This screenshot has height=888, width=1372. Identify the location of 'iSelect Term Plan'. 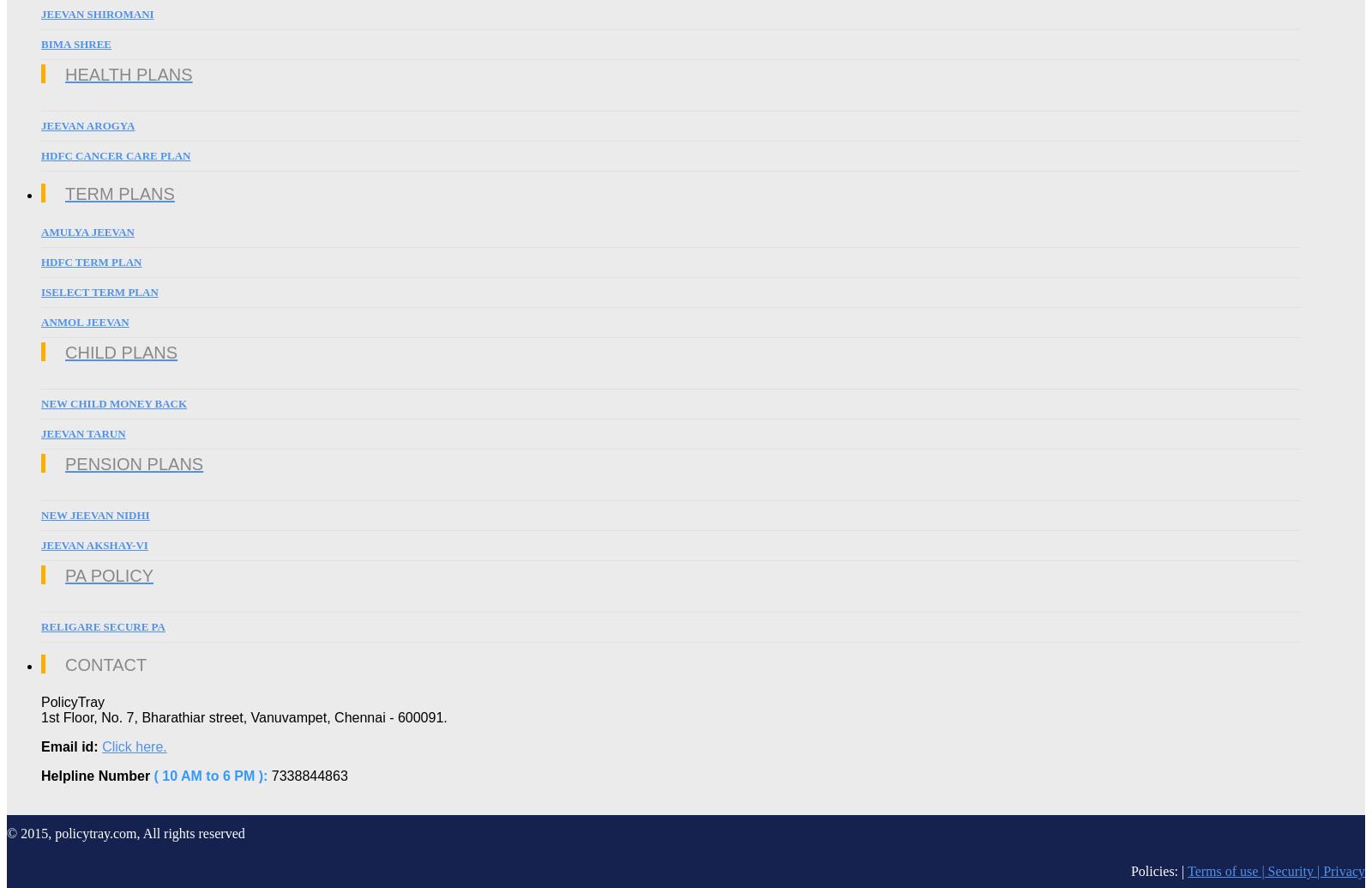
(98, 292).